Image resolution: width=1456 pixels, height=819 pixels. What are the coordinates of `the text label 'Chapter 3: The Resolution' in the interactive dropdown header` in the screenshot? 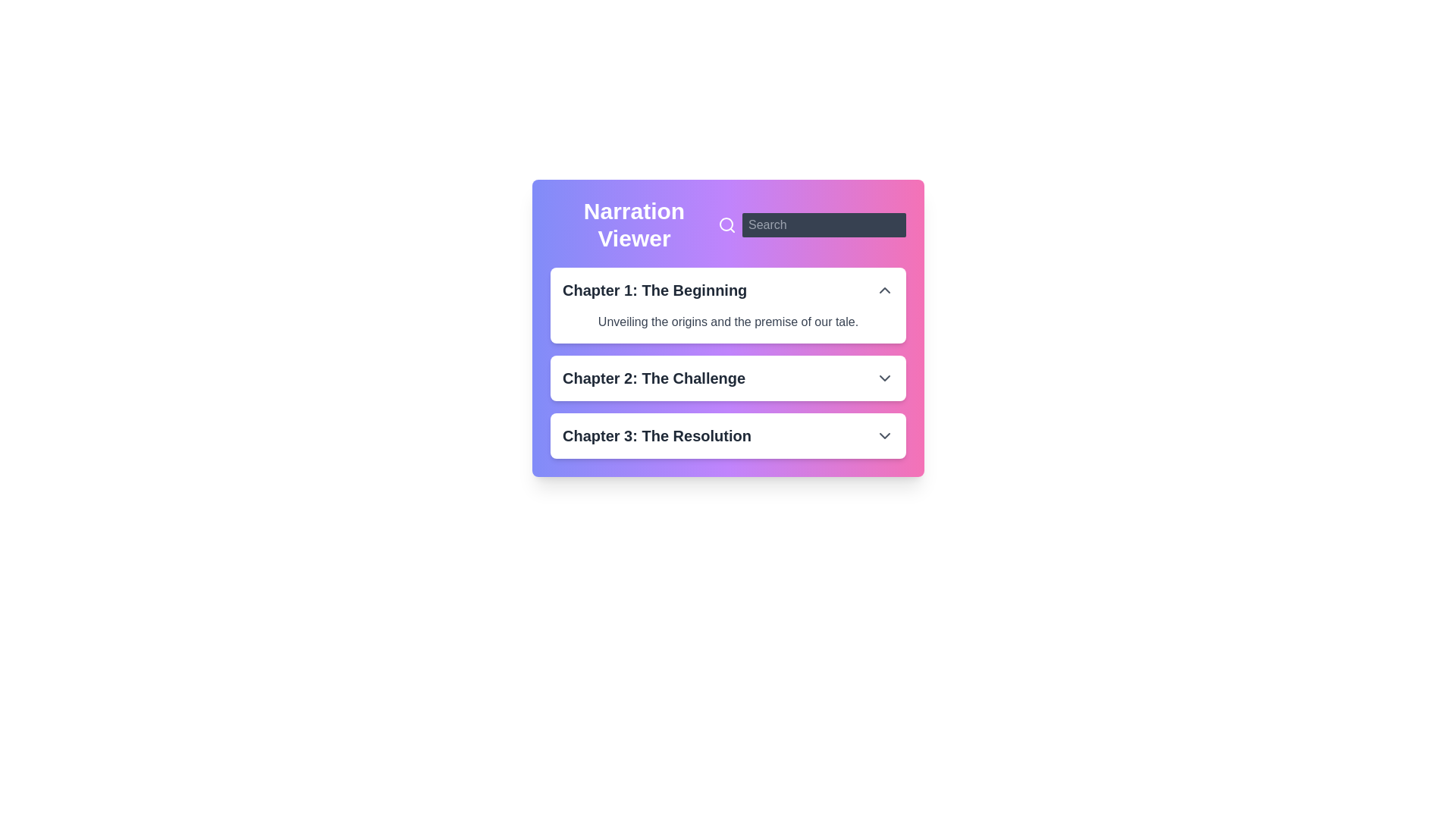 It's located at (728, 435).